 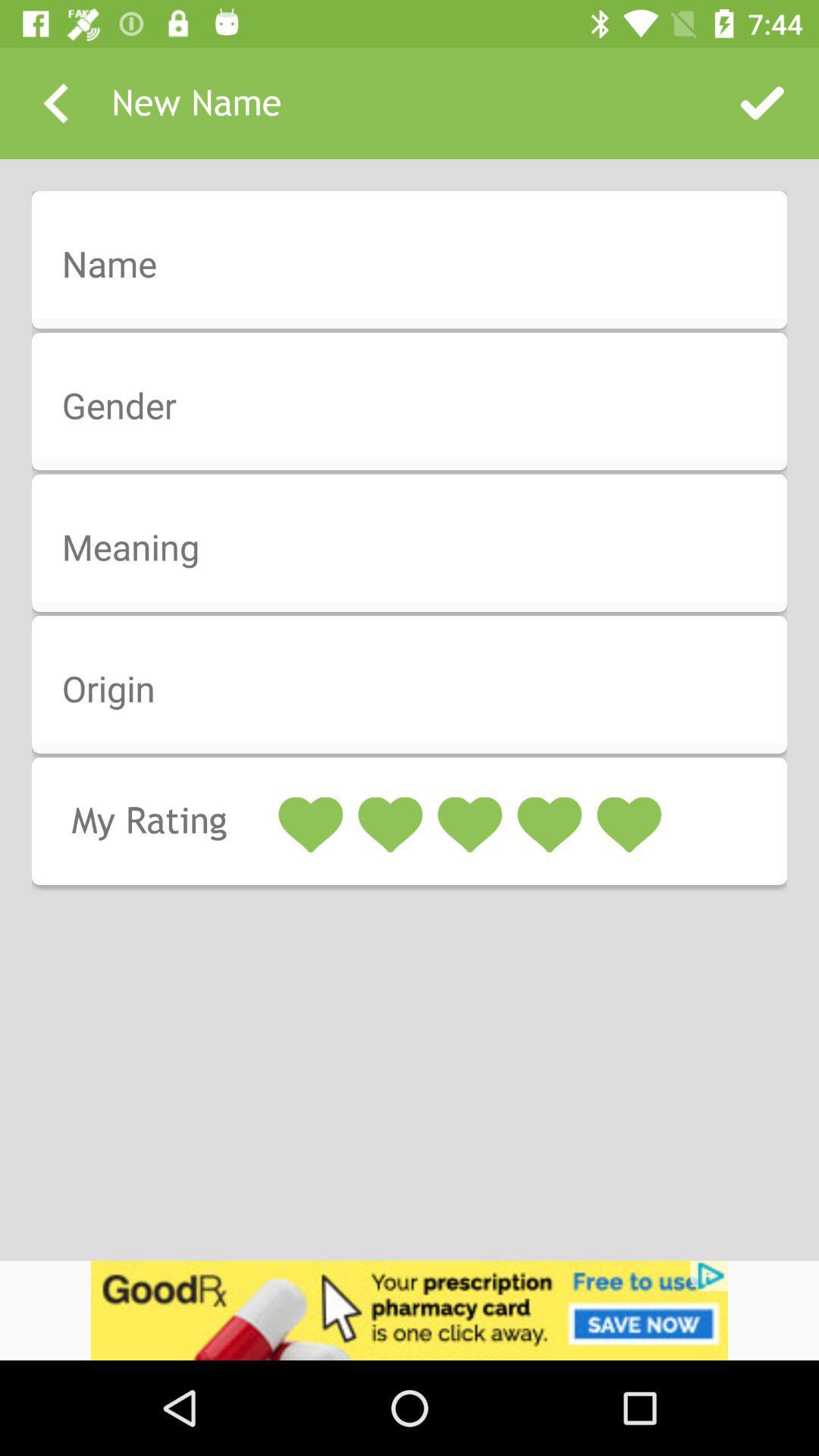 I want to click on demographics, so click(x=419, y=265).